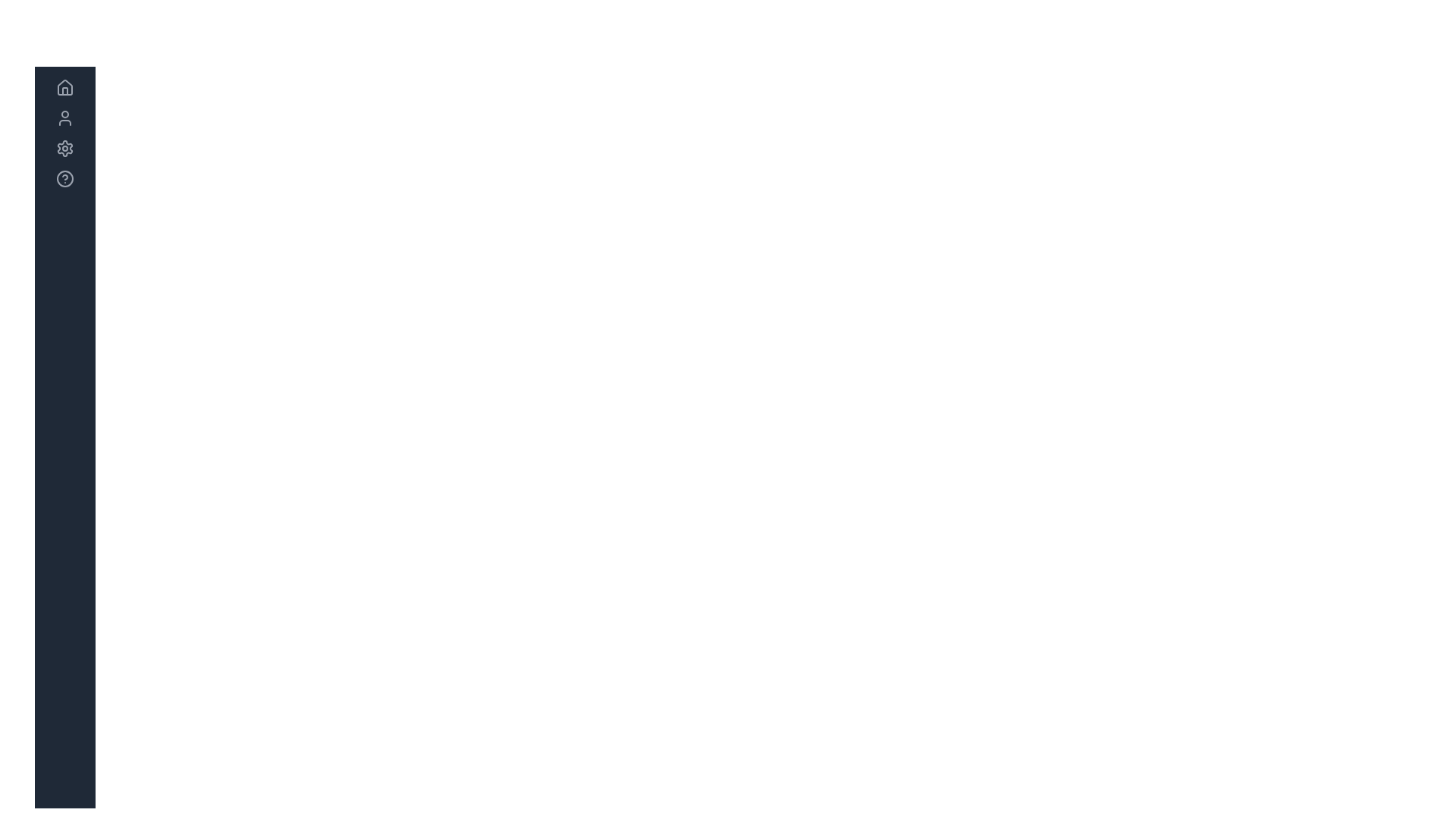  I want to click on the Circle SVG element that symbolizes help or assistance within the vertical navigation panel on the left side of the interface, so click(64, 177).